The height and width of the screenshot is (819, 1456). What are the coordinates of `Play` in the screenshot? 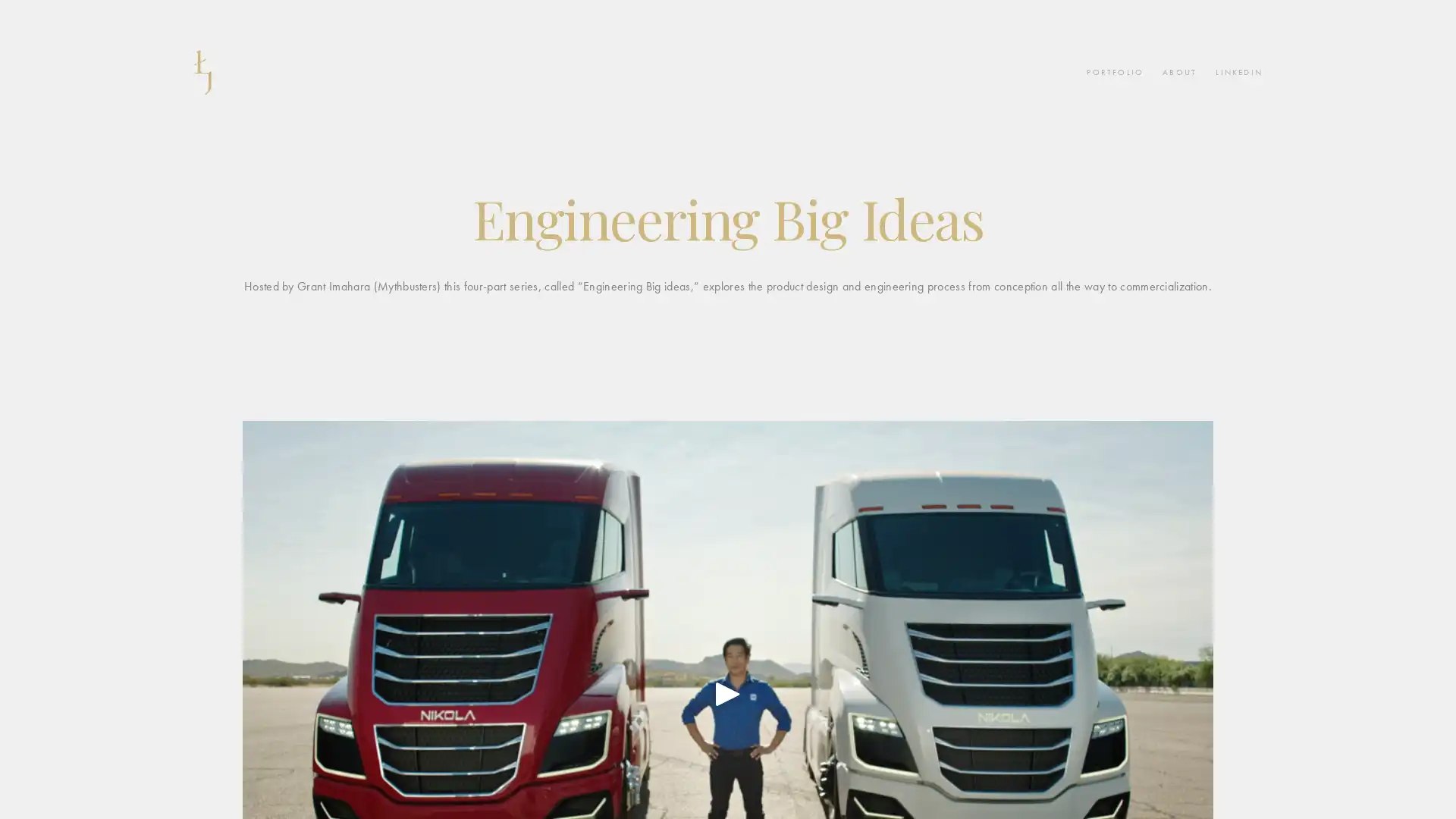 It's located at (728, 693).